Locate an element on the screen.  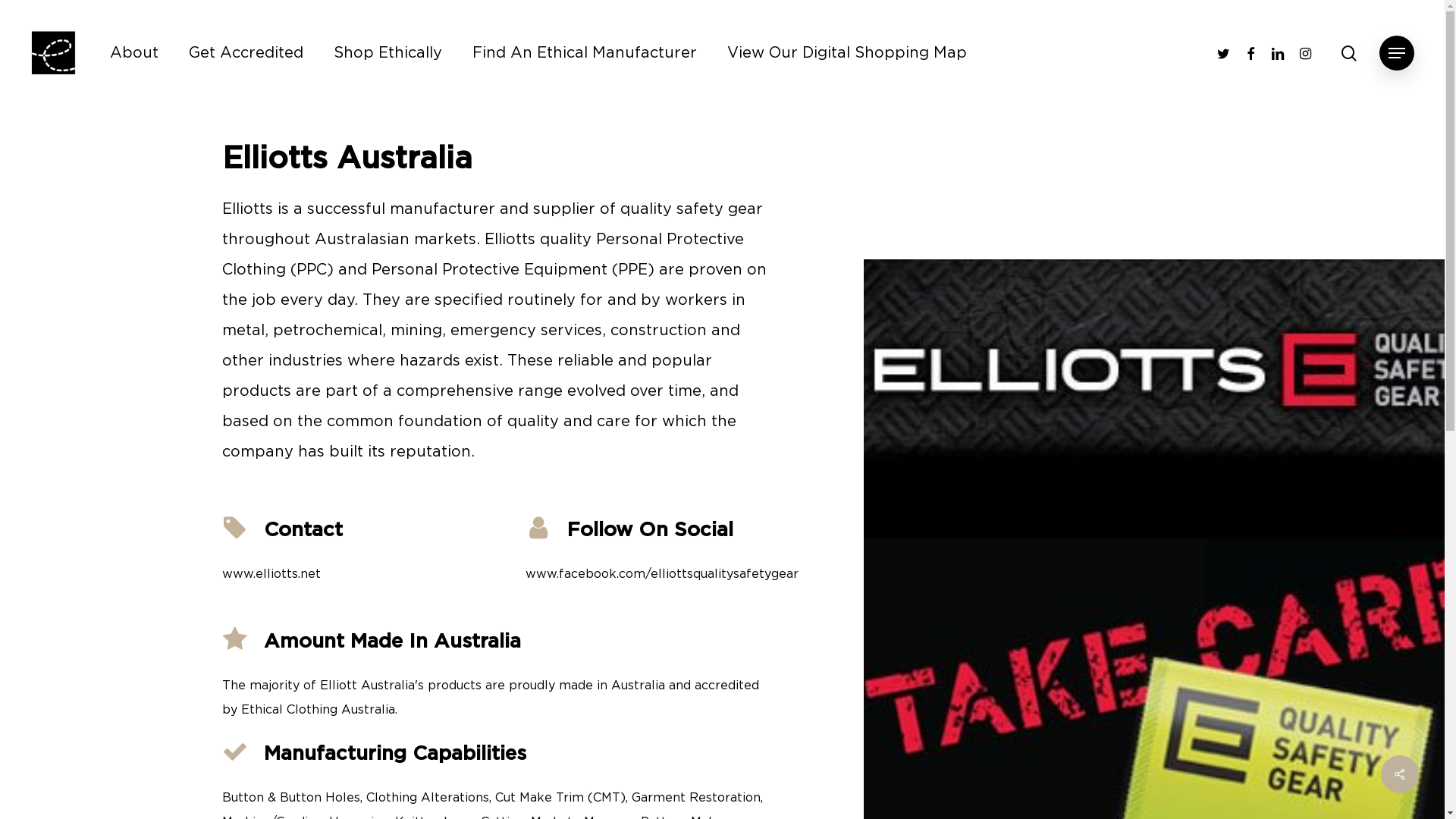
'Shop Ethically' is located at coordinates (388, 52).